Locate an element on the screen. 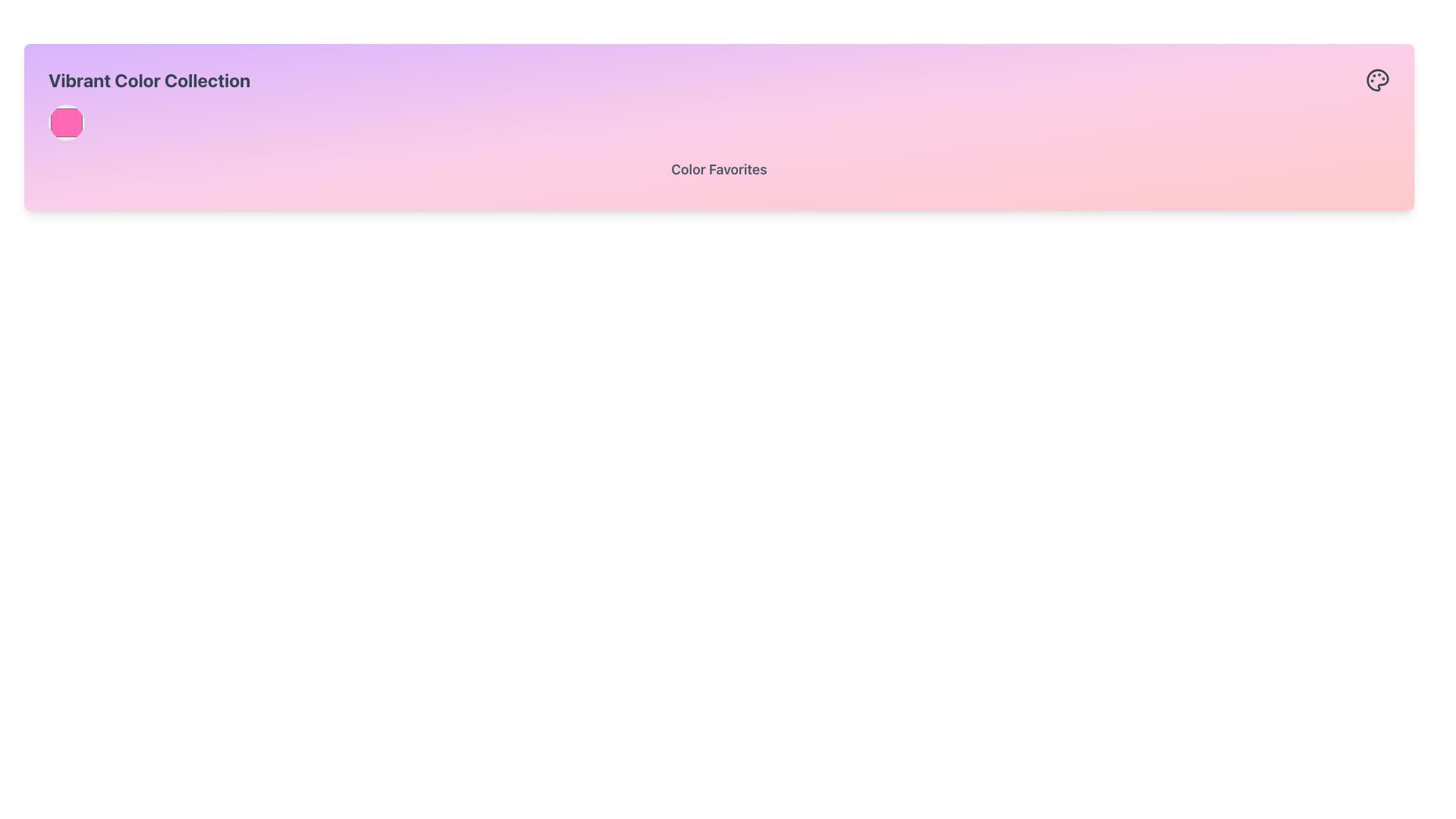 The width and height of the screenshot is (1456, 819). the Circular interactive button located below the 'Vibrant Color Collection' title is located at coordinates (65, 122).